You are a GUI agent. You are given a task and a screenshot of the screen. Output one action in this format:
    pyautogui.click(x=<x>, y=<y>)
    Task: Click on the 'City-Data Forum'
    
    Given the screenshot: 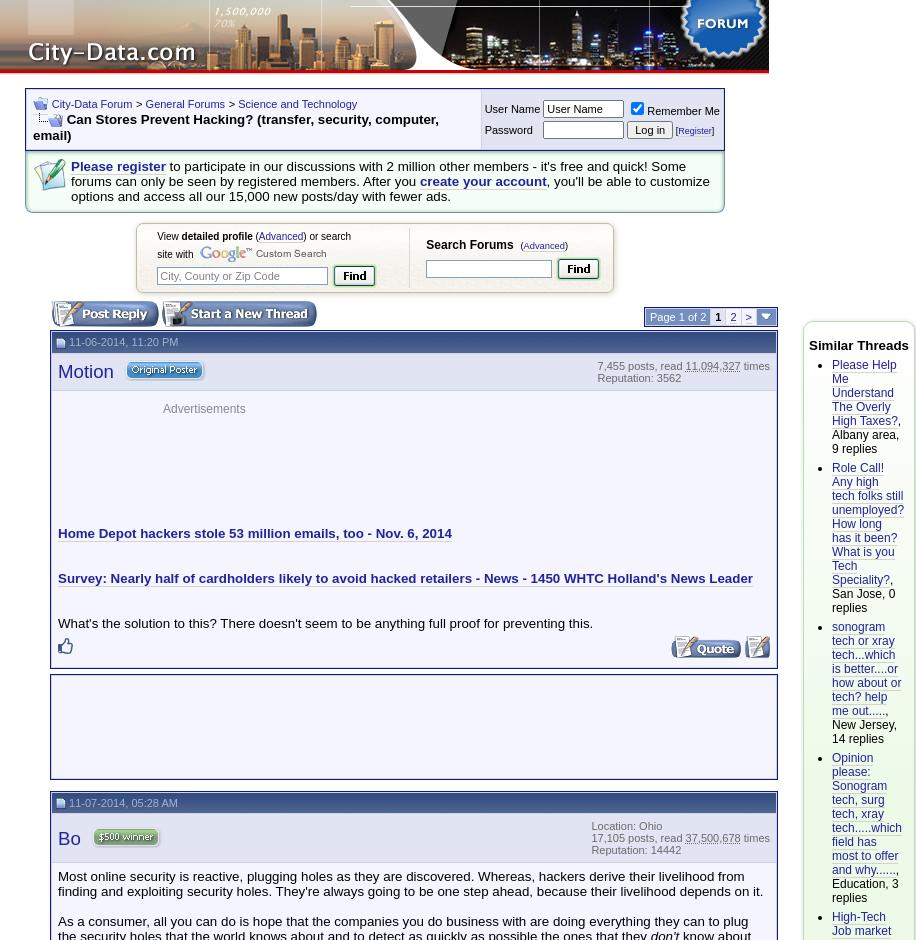 What is the action you would take?
    pyautogui.click(x=90, y=103)
    